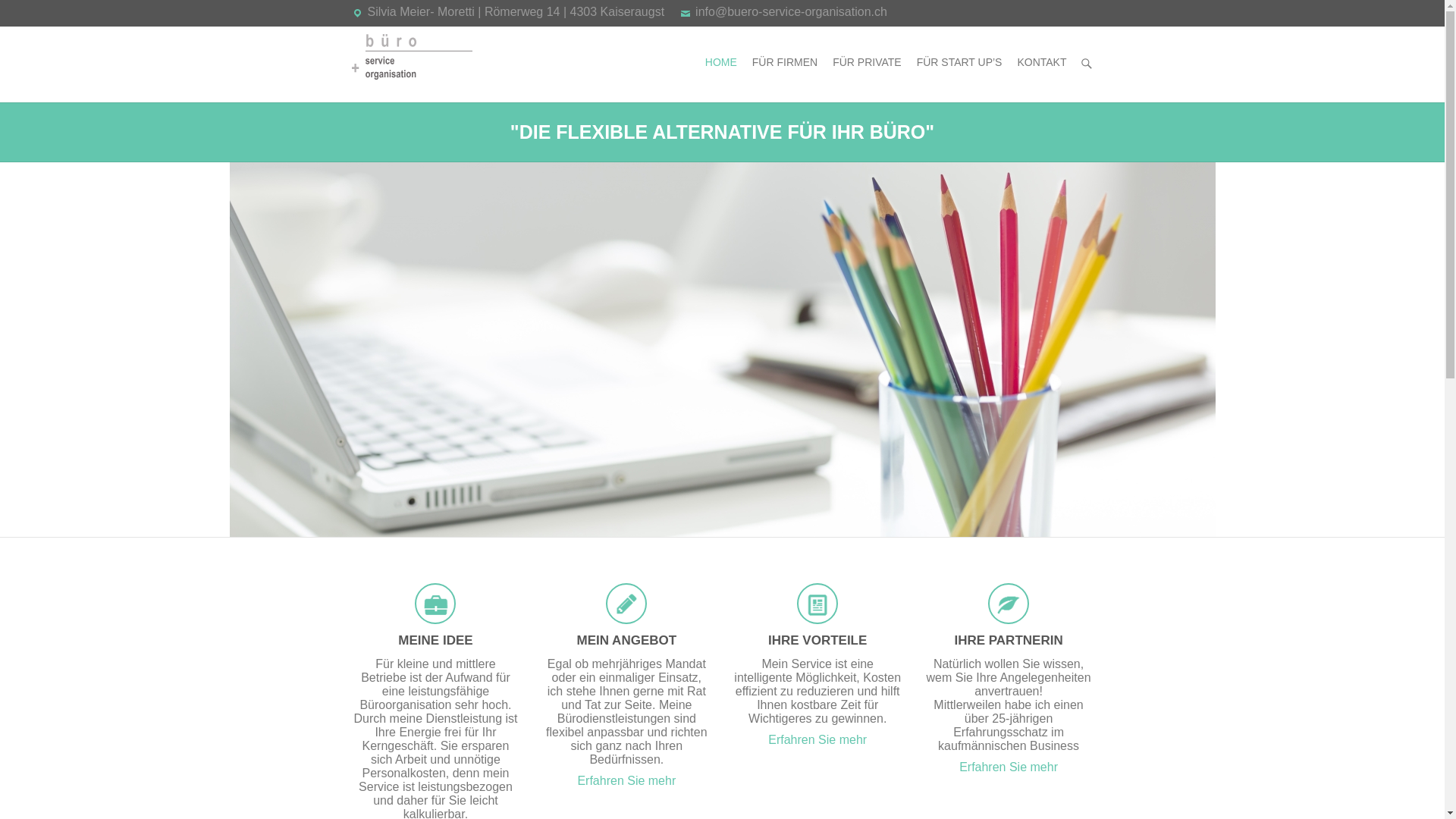  I want to click on 'HOME', so click(704, 63).